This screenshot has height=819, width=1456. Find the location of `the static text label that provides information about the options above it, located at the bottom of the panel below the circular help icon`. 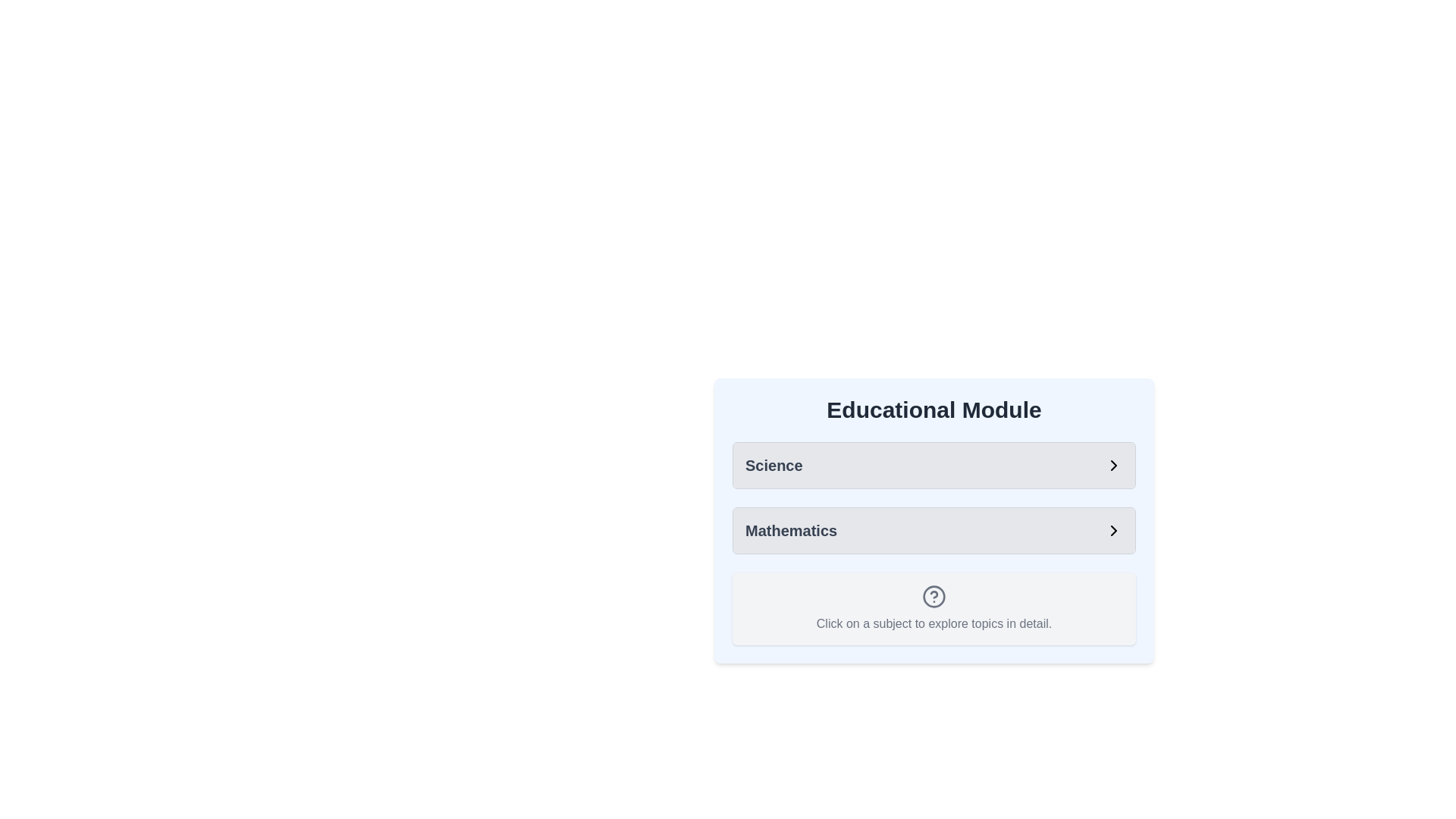

the static text label that provides information about the options above it, located at the bottom of the panel below the circular help icon is located at coordinates (934, 623).